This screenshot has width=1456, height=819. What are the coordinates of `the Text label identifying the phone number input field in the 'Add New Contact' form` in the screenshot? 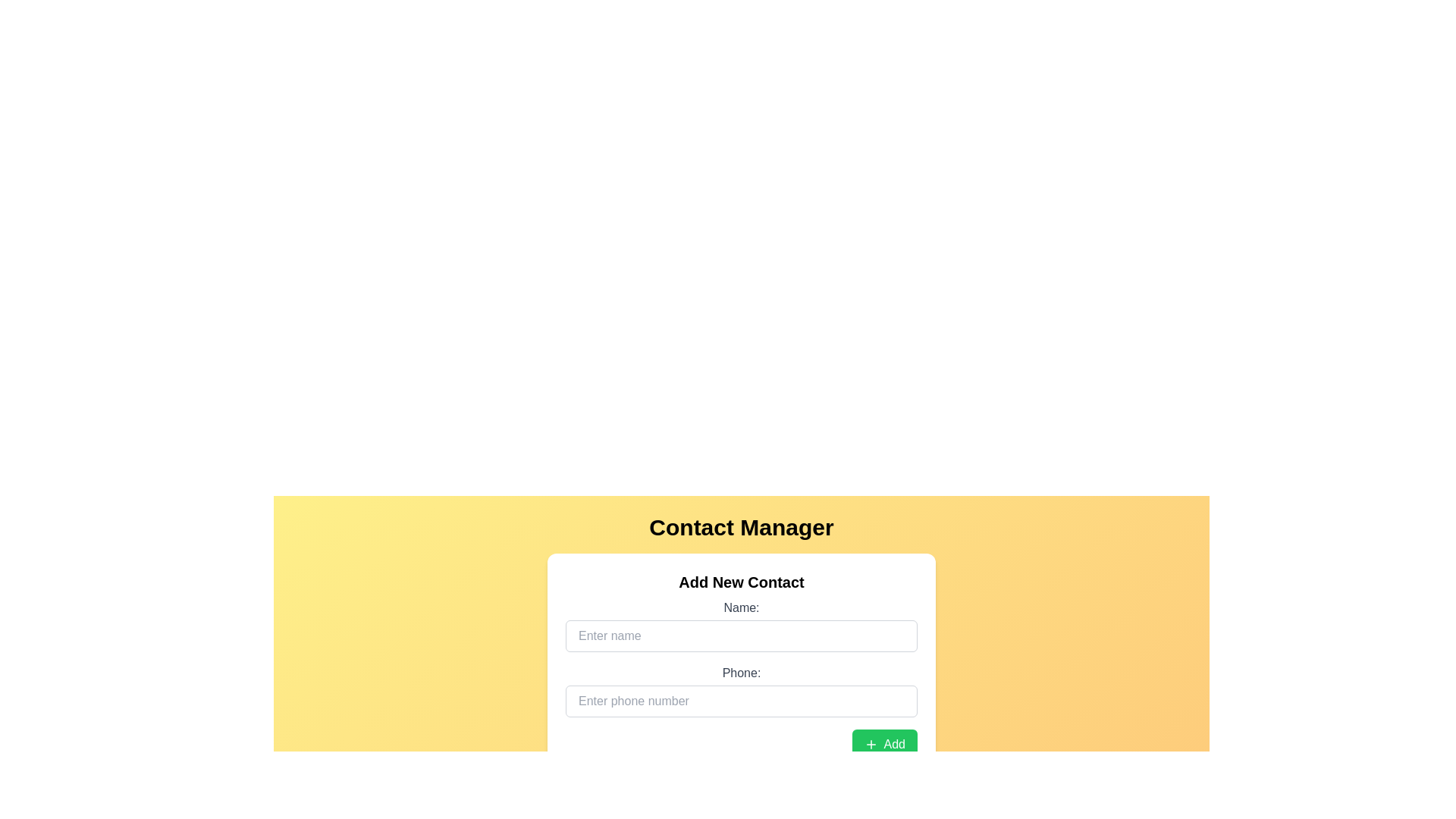 It's located at (742, 672).